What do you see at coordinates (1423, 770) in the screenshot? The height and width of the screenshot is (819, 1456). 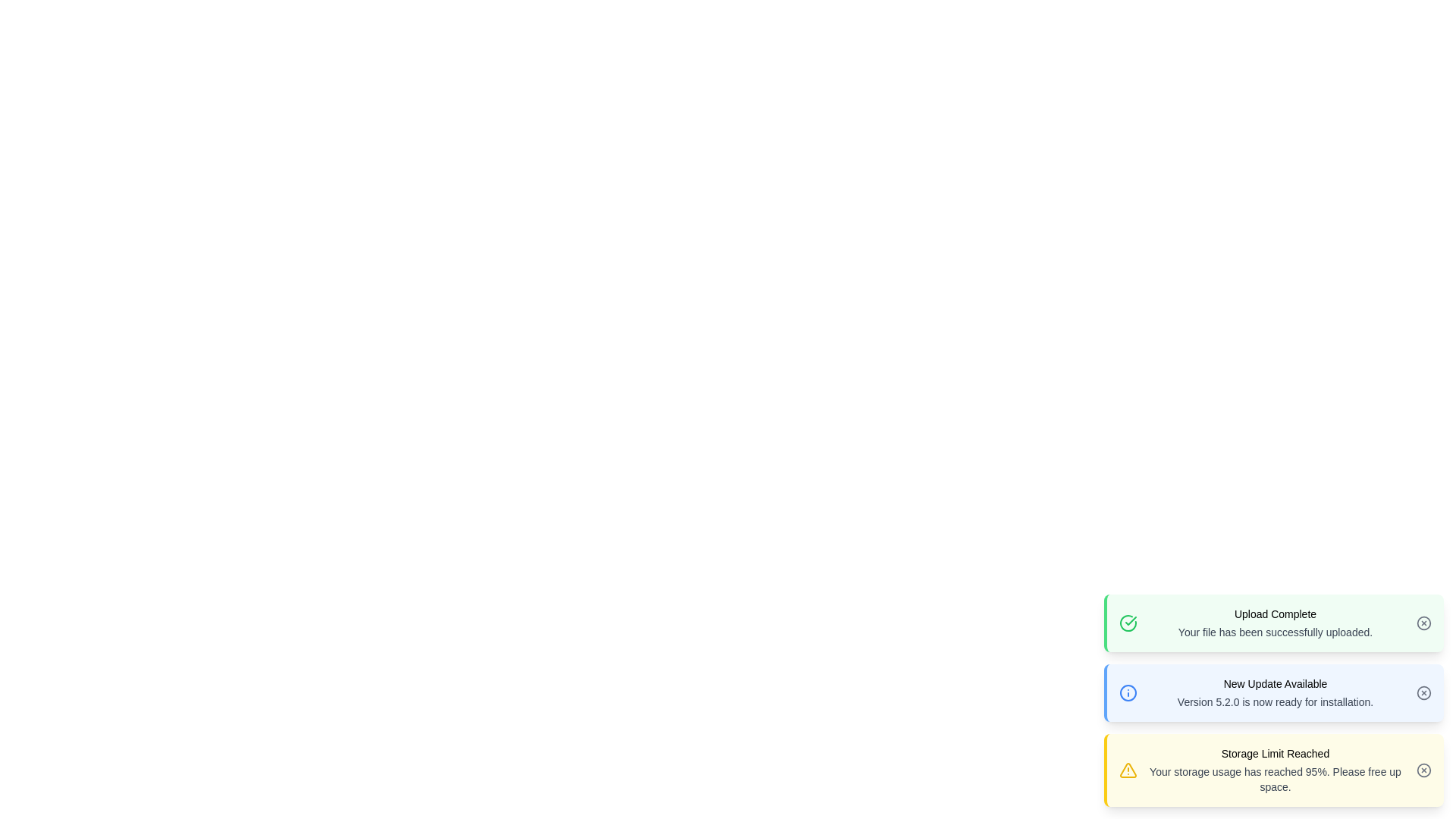 I see `the Close Button, a small circular icon with a gray border and an 'x' symbol, located in the bottom right of the 'Storage Limit Reached' notification card` at bounding box center [1423, 770].